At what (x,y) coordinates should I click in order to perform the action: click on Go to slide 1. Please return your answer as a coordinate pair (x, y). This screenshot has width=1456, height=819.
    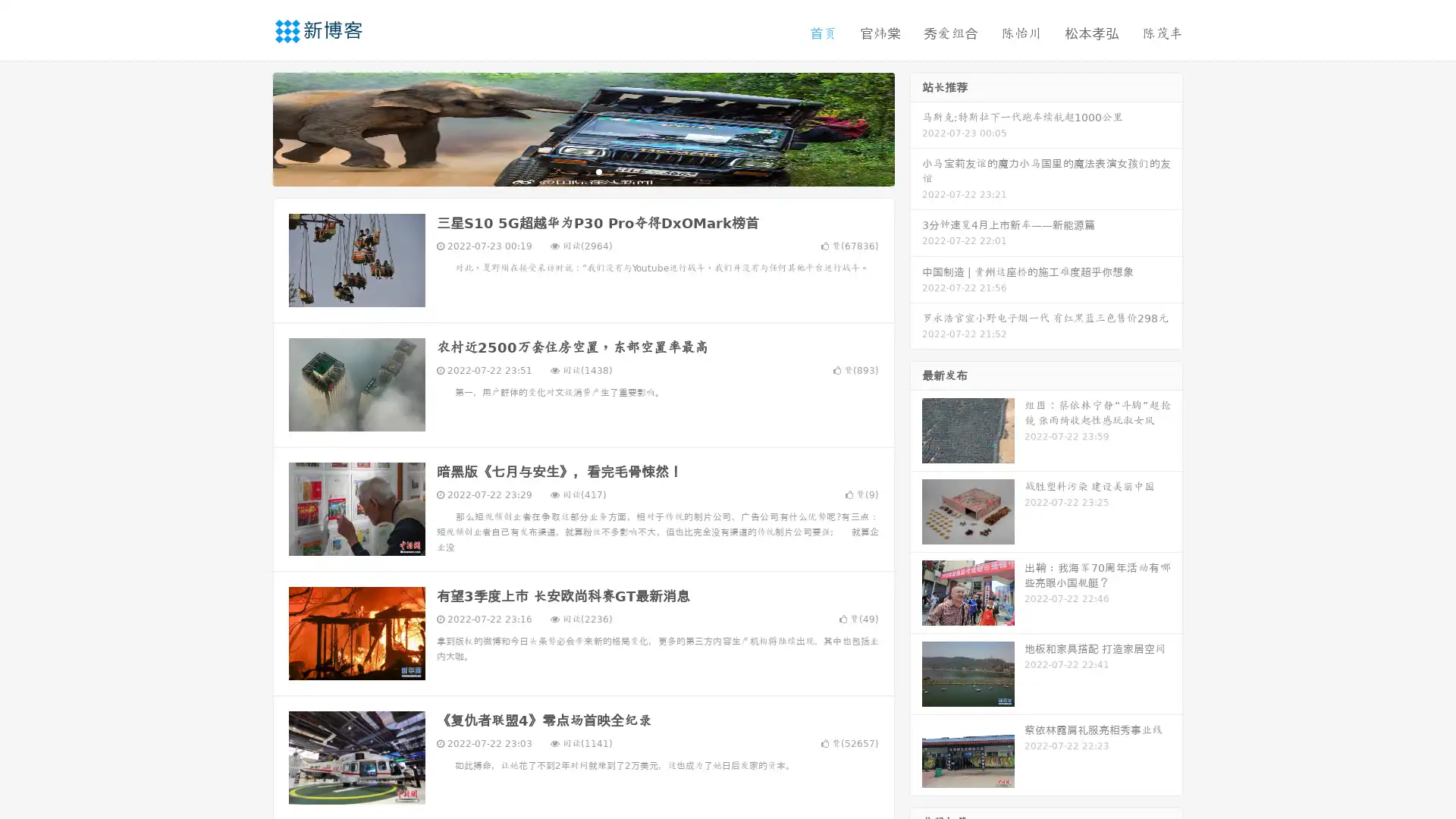
    Looking at the image, I should click on (567, 171).